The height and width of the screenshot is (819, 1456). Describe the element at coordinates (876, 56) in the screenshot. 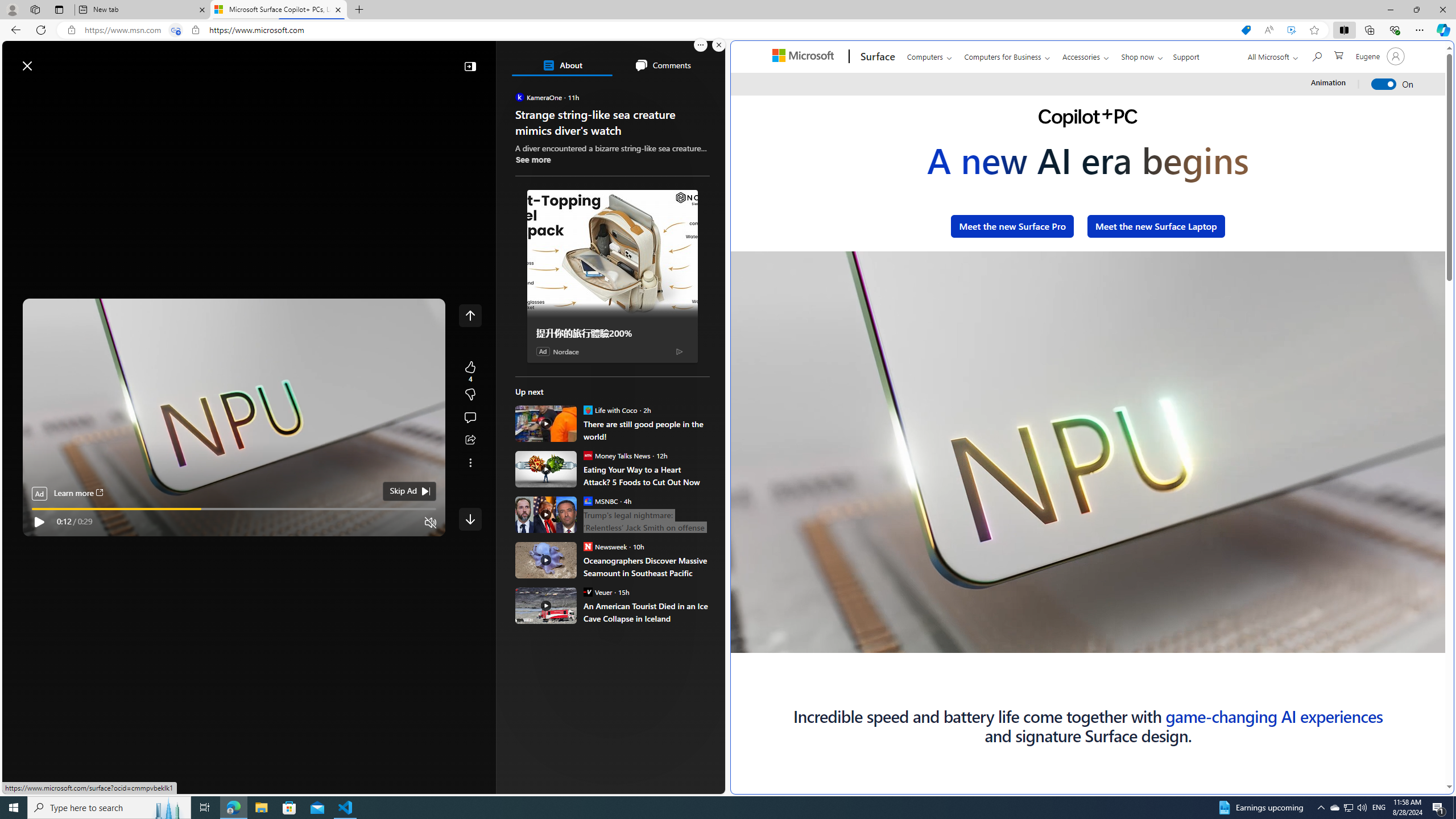

I see `'Surface'` at that location.